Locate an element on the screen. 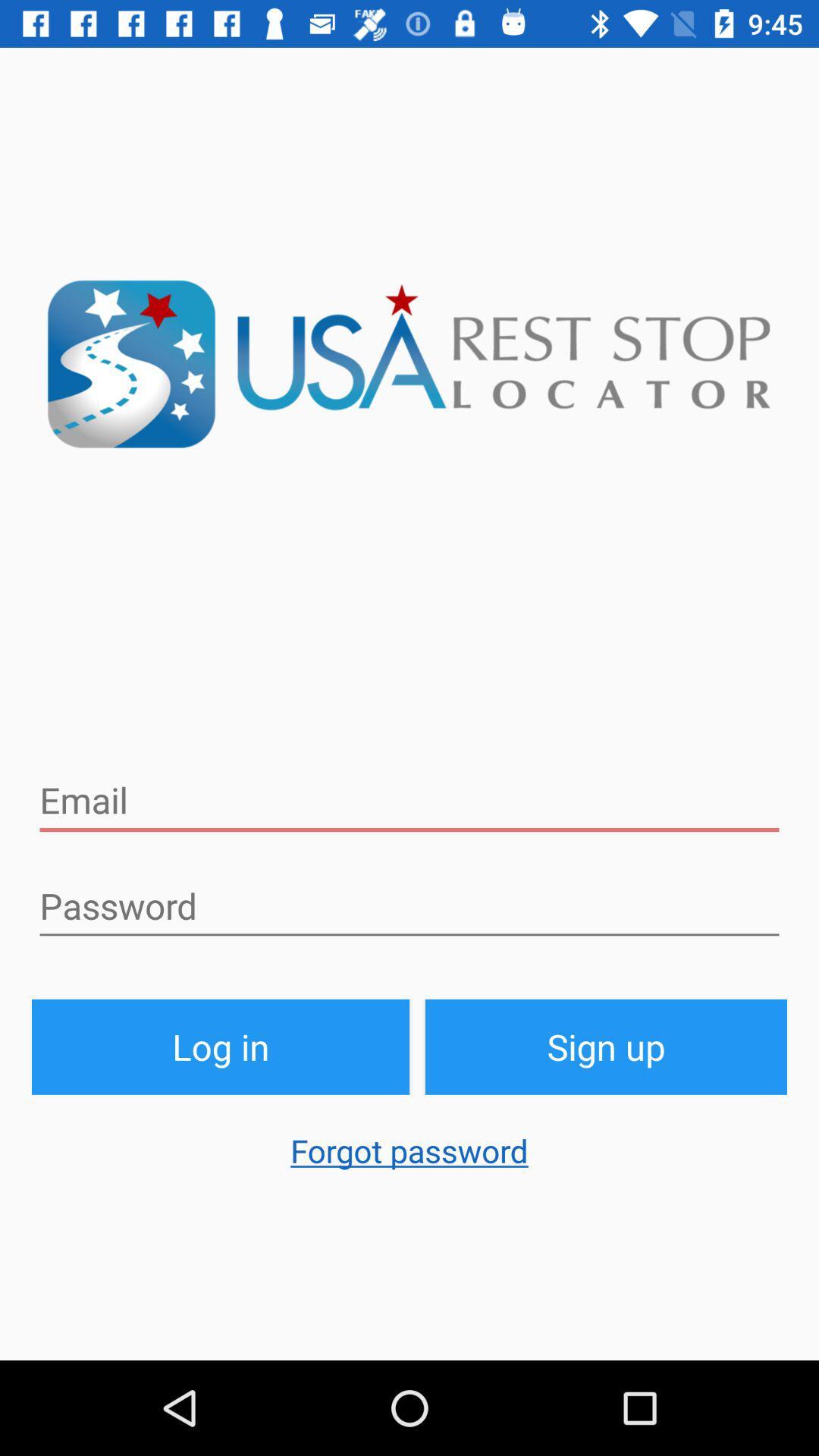 This screenshot has height=1456, width=819. forgot password is located at coordinates (409, 1157).